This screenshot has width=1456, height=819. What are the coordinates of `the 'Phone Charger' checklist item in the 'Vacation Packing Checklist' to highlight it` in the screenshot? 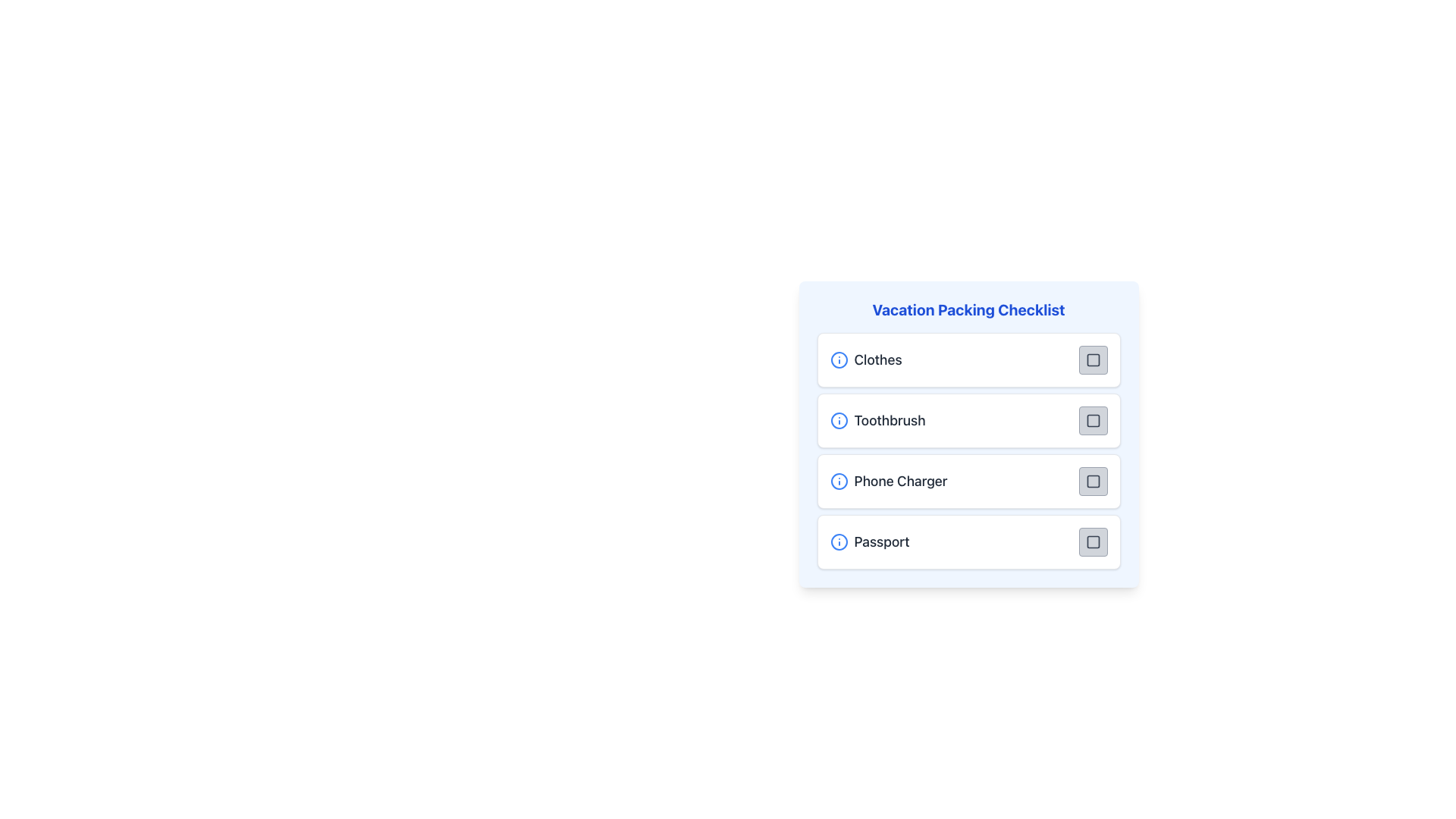 It's located at (888, 482).